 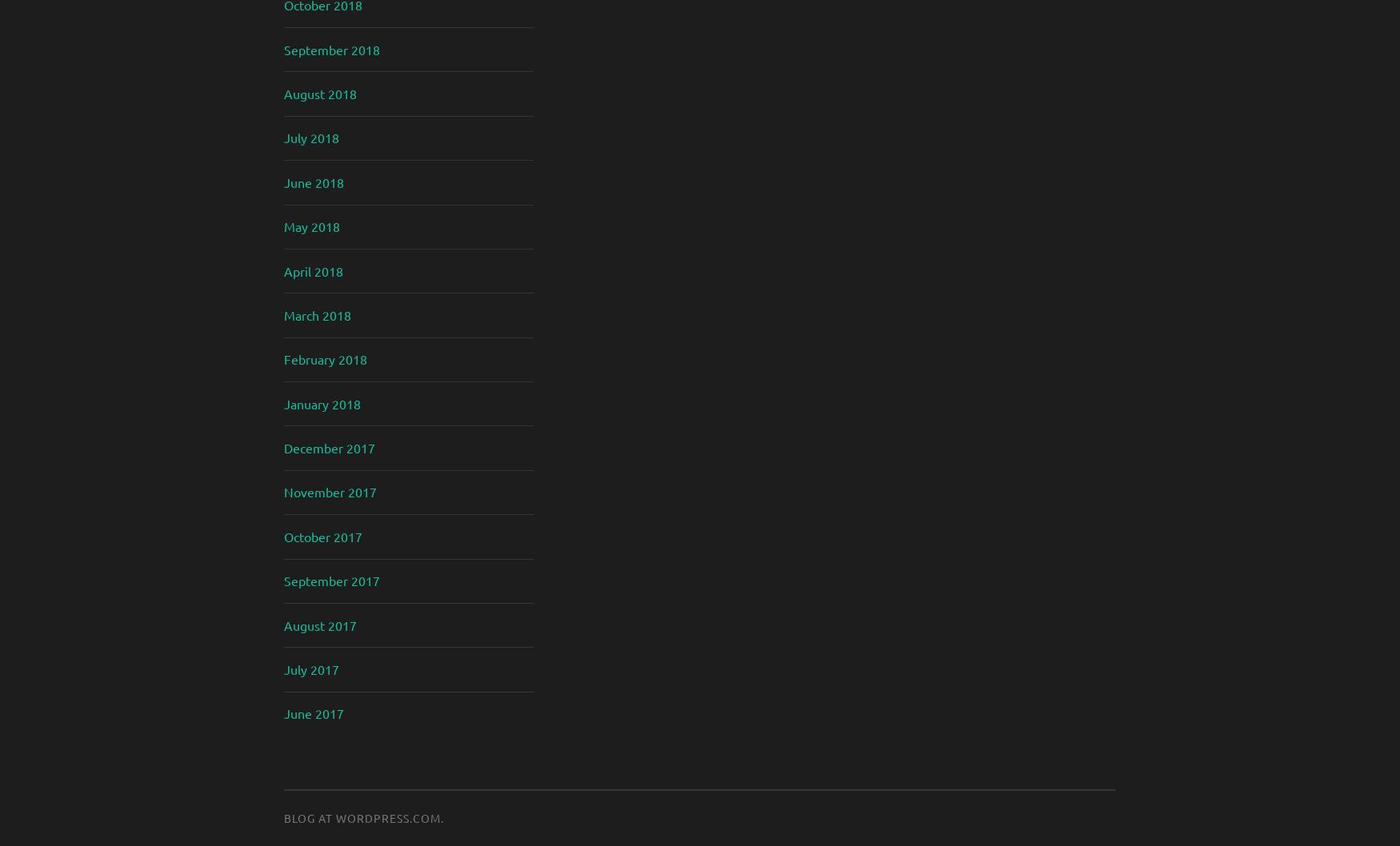 I want to click on 'September 2018', so click(x=330, y=49).